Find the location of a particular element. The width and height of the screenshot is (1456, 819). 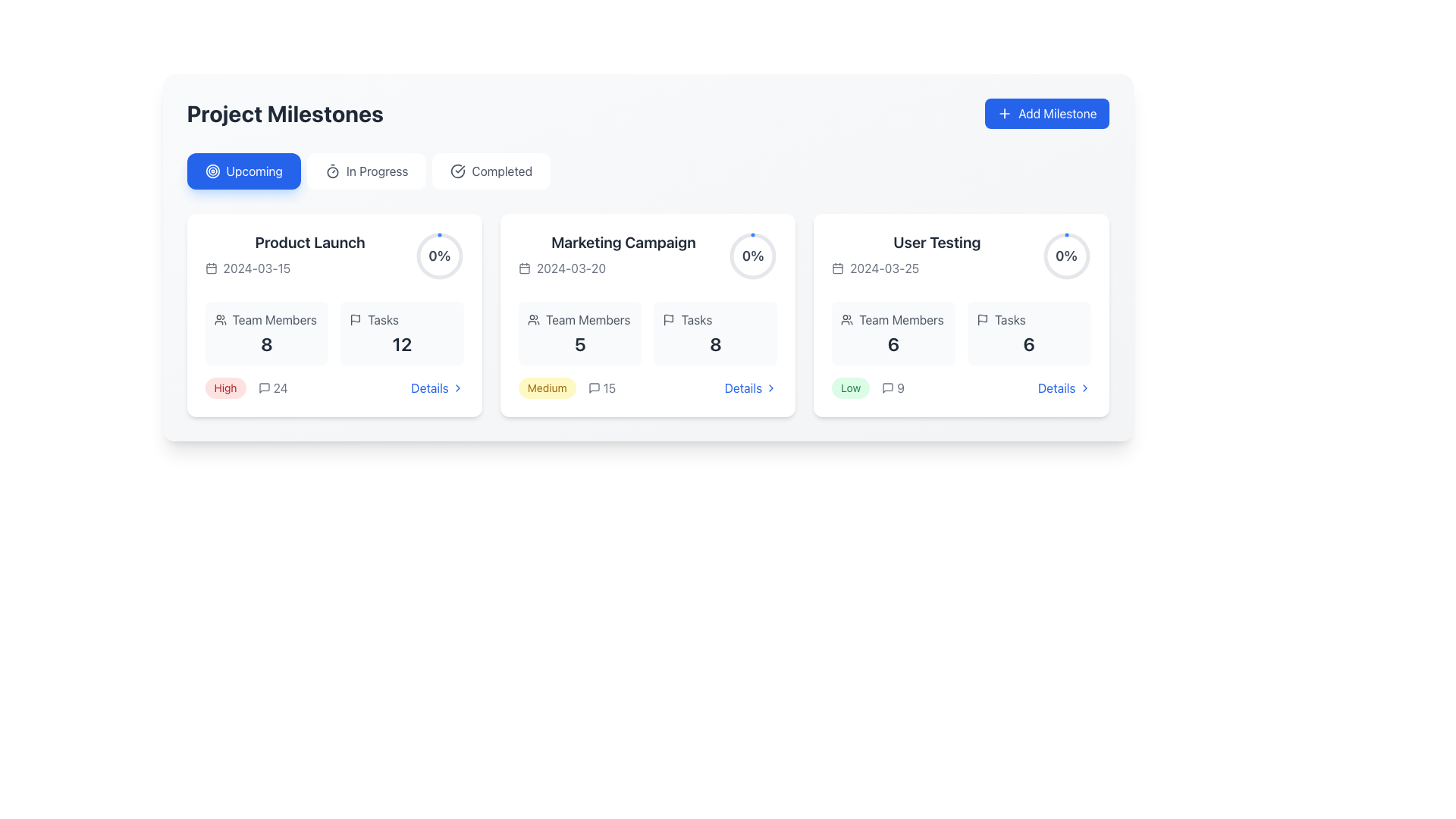

the Date display indicating the due date for the milestone 'User Testing', which is positioned beneath the title 'User Testing' in the third column of the milestone section is located at coordinates (936, 268).